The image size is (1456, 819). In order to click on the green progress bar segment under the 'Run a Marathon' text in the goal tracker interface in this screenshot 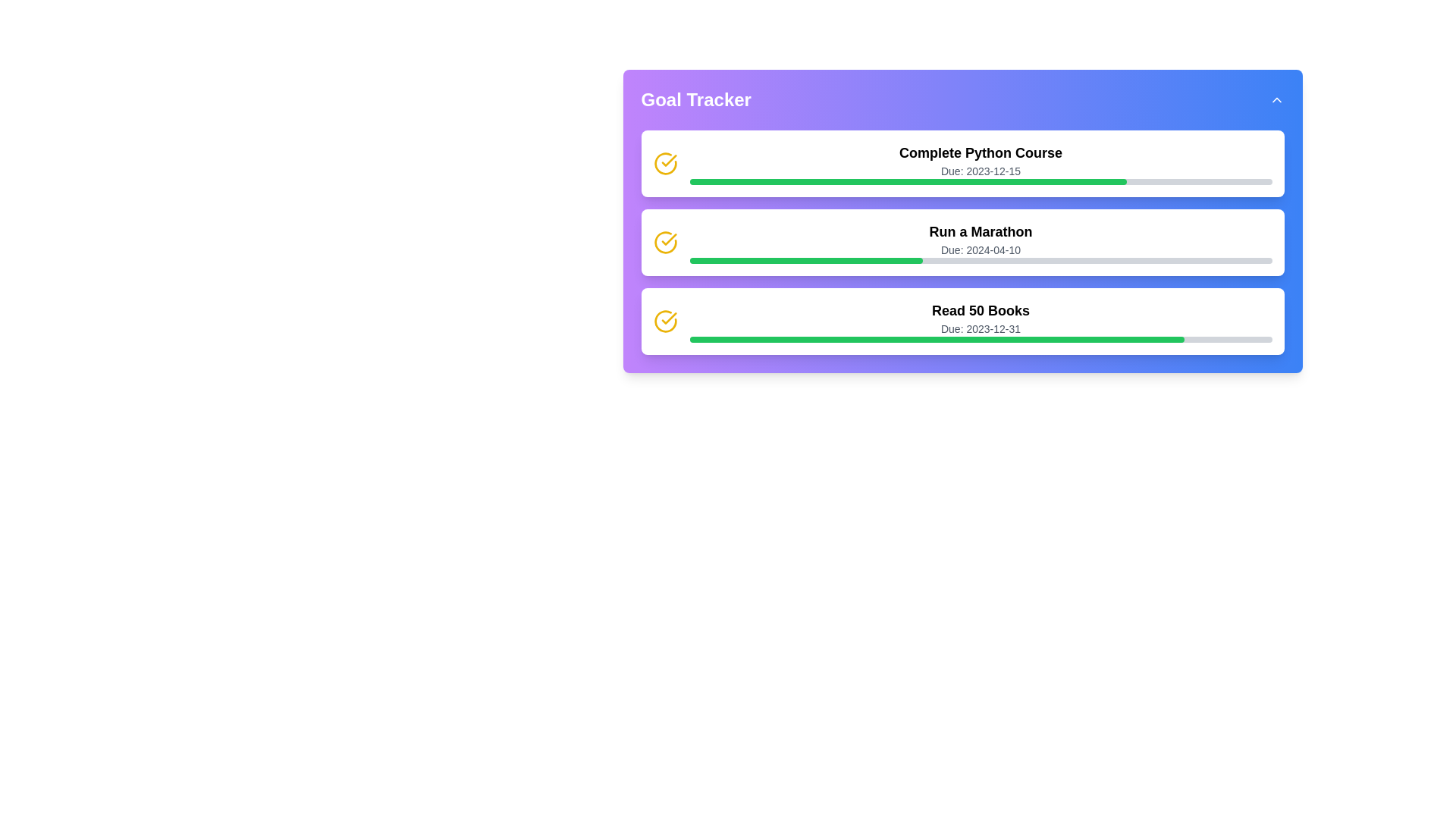, I will do `click(805, 259)`.